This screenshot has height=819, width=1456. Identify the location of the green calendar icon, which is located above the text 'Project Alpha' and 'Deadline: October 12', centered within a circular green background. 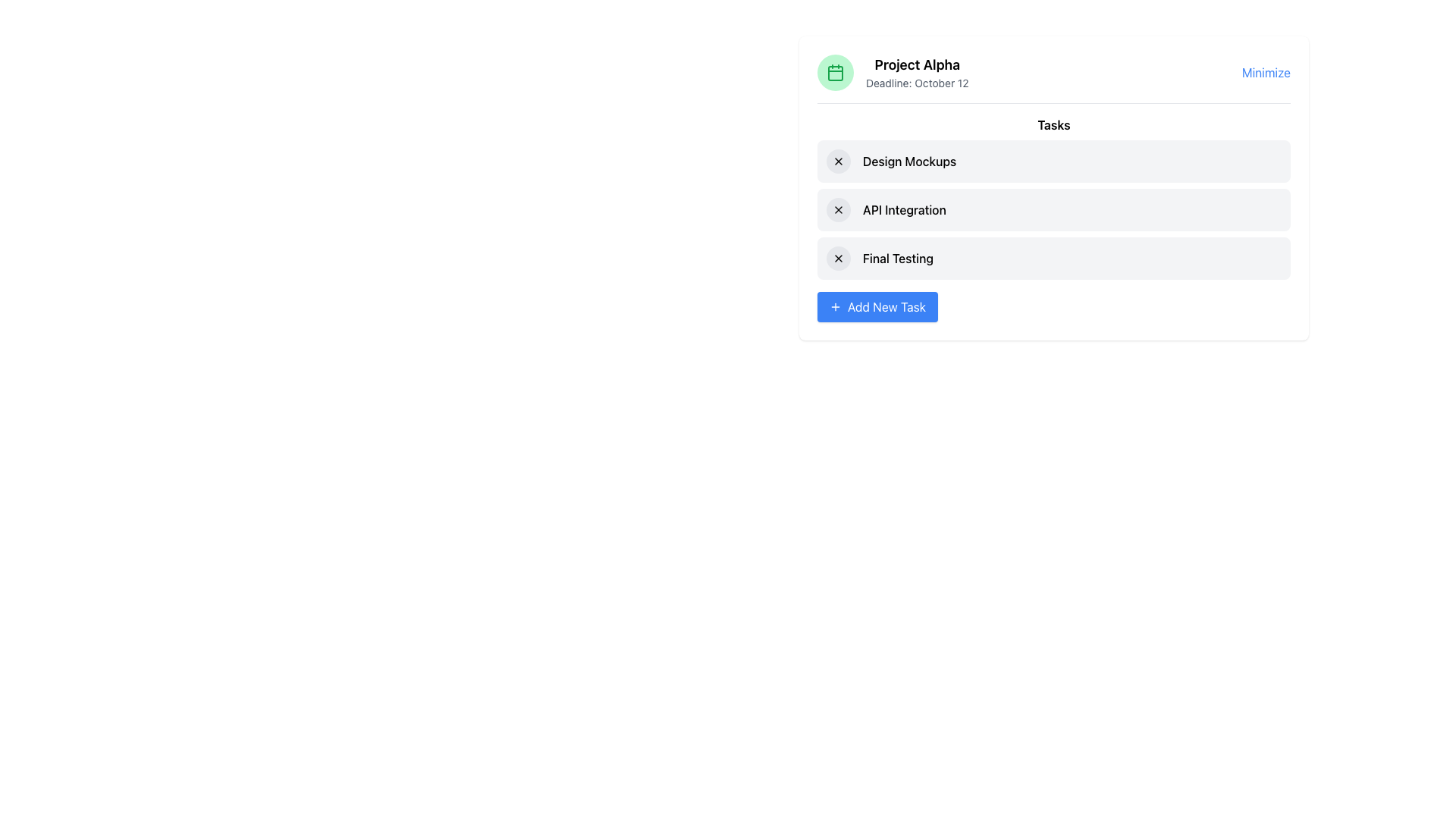
(835, 73).